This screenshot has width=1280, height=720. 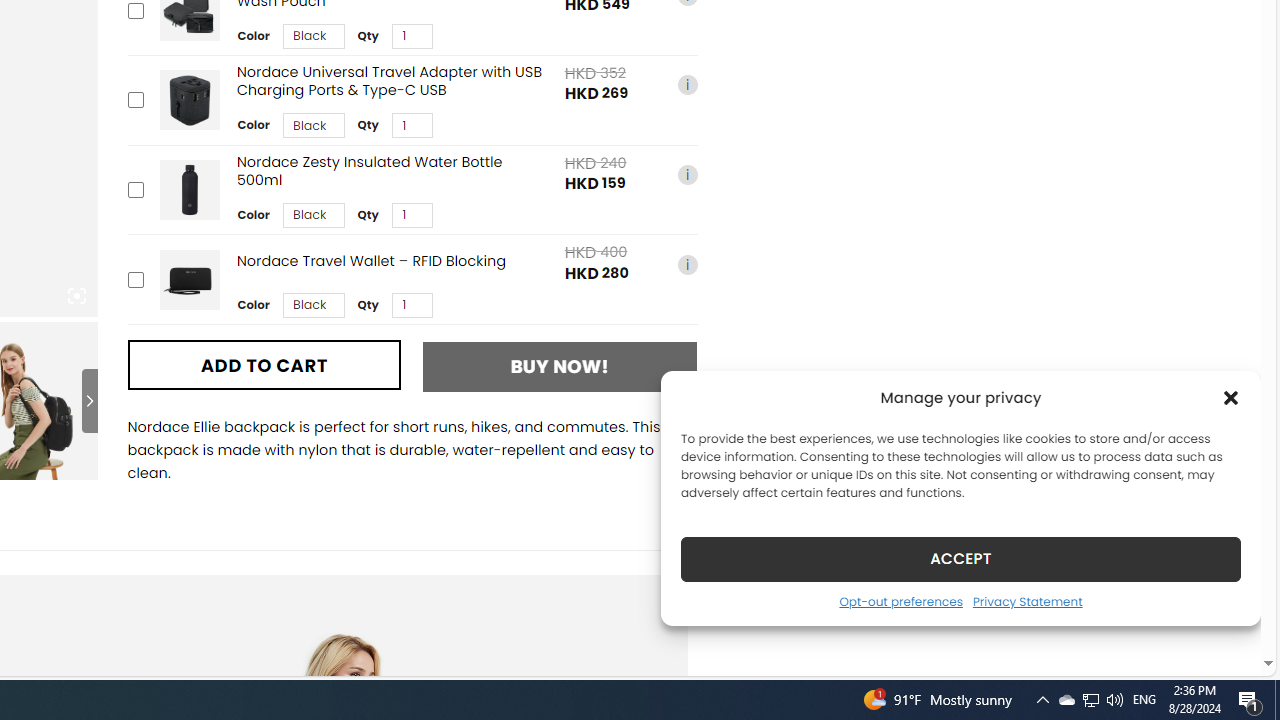 What do you see at coordinates (899, 600) in the screenshot?
I see `'Opt-out preferences'` at bounding box center [899, 600].